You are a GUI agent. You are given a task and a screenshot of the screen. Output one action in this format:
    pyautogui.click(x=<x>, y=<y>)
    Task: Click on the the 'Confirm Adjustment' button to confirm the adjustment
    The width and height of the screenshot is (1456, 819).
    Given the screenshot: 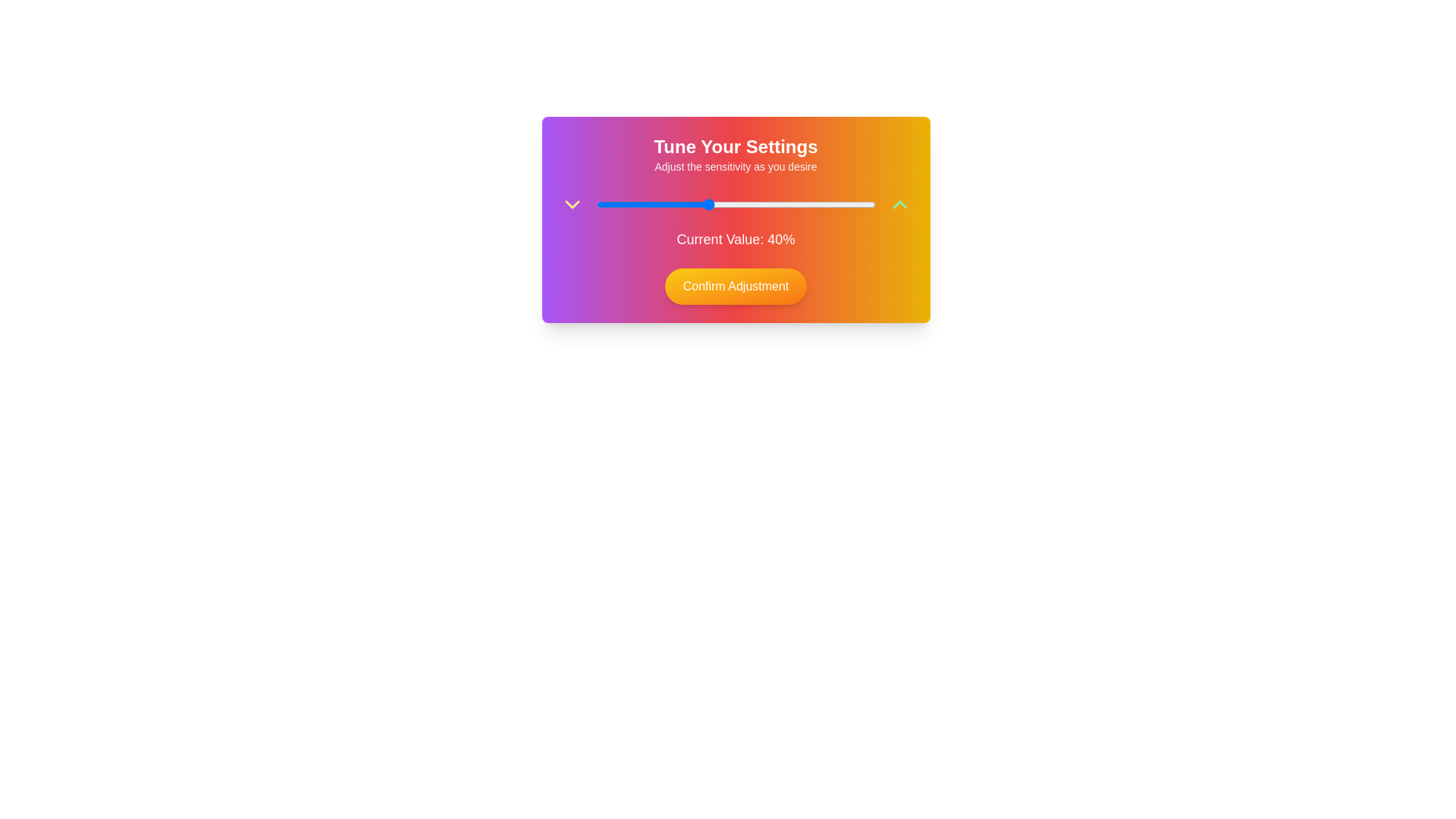 What is the action you would take?
    pyautogui.click(x=735, y=287)
    